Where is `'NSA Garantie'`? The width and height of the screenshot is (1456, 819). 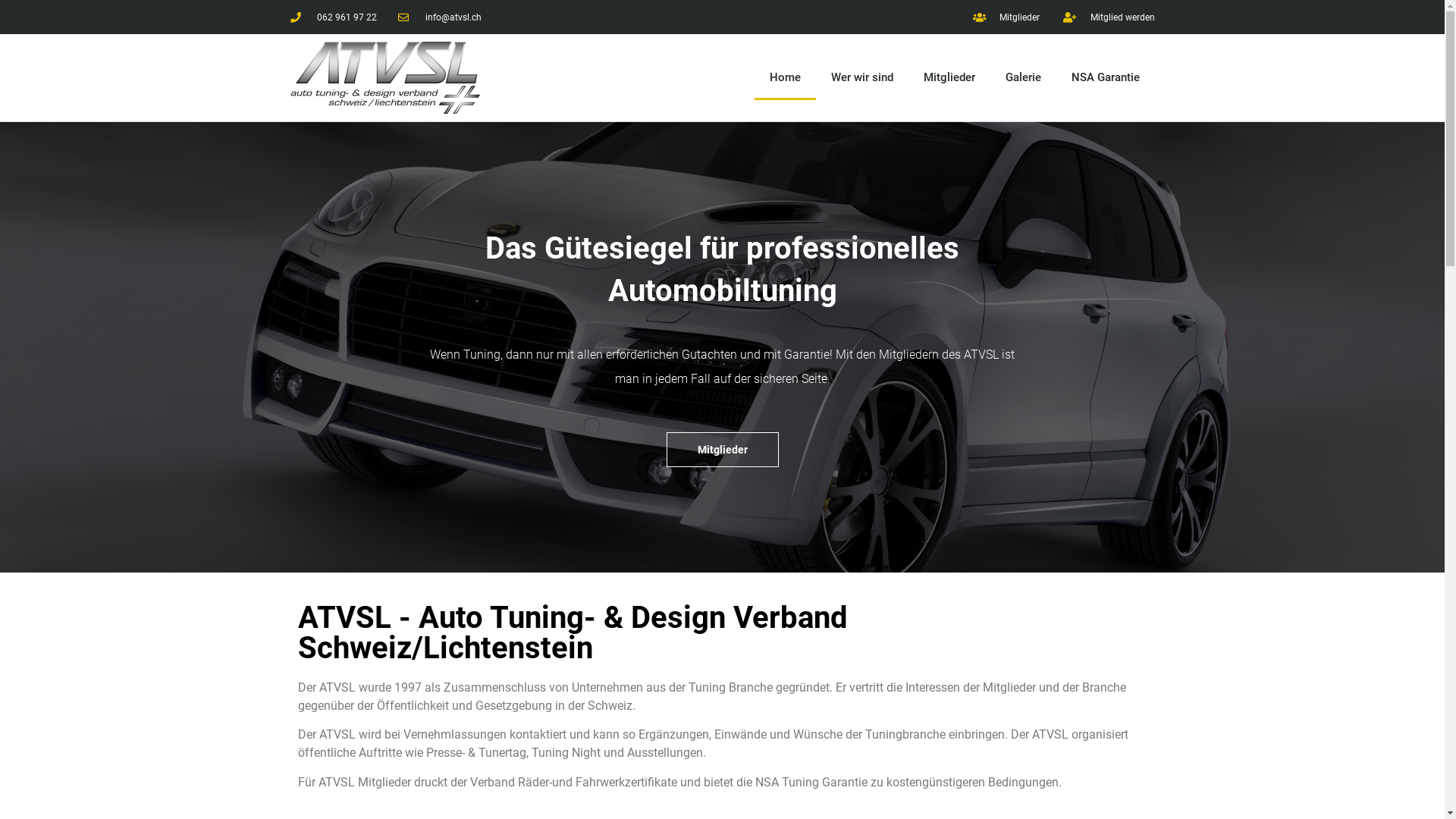 'NSA Garantie' is located at coordinates (1105, 77).